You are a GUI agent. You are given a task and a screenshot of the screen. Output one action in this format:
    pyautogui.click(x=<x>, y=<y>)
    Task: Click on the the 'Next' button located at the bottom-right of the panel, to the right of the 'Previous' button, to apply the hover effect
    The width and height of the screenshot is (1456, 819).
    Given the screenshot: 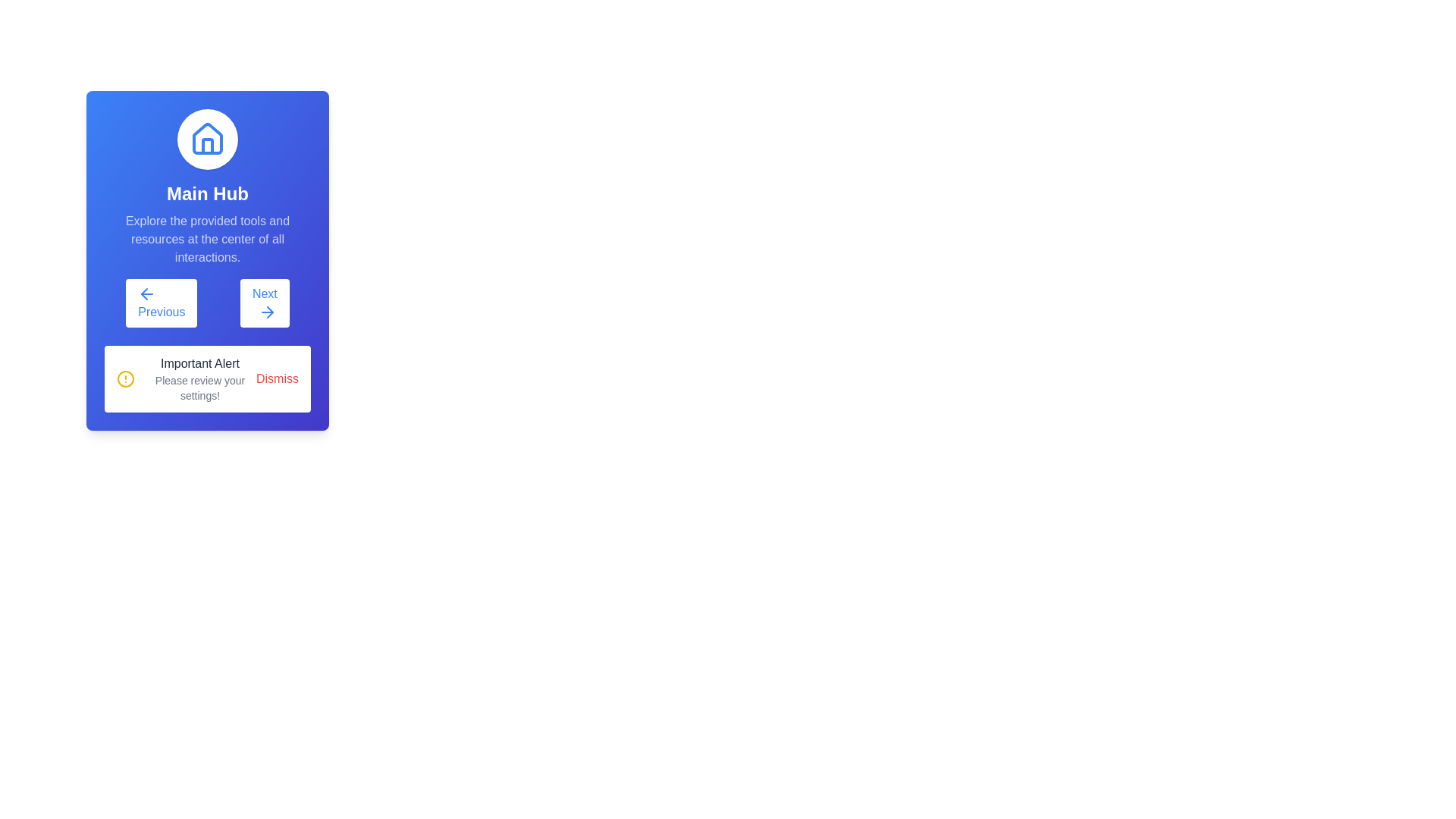 What is the action you would take?
    pyautogui.click(x=265, y=303)
    